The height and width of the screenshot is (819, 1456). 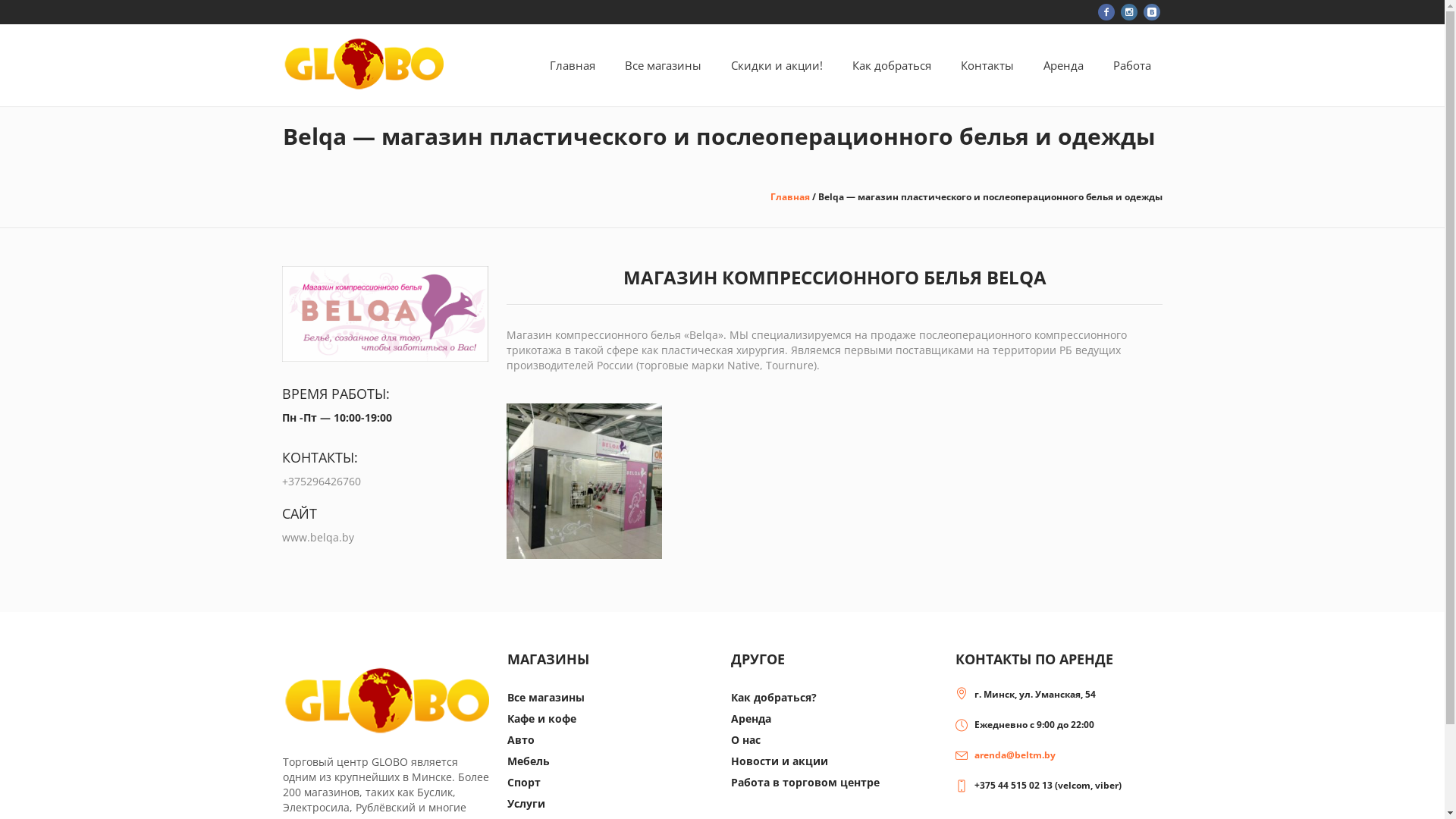 I want to click on 'Facebook', so click(x=1098, y=11).